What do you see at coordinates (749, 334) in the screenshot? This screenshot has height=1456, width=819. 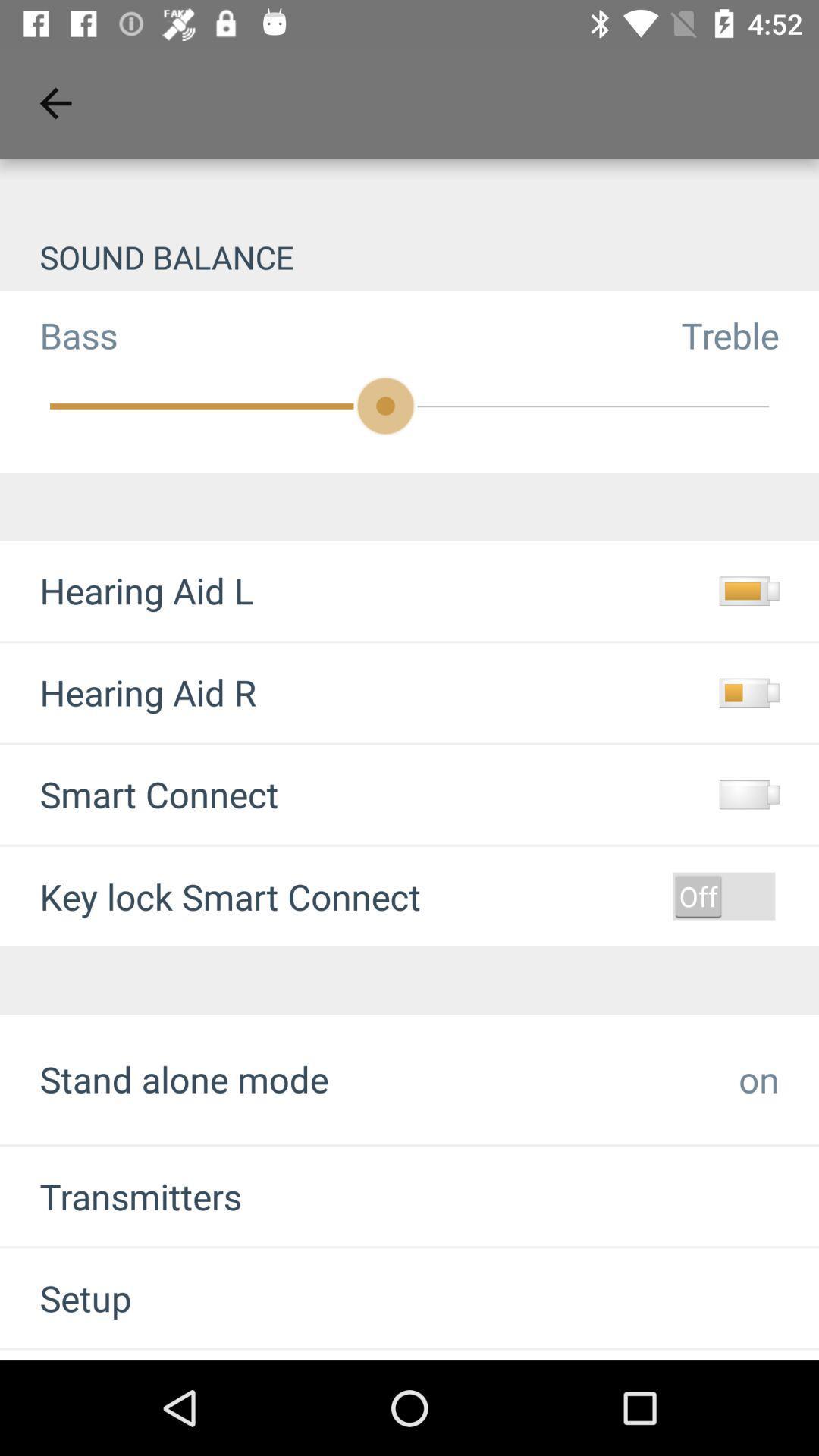 I see `treble icon` at bounding box center [749, 334].